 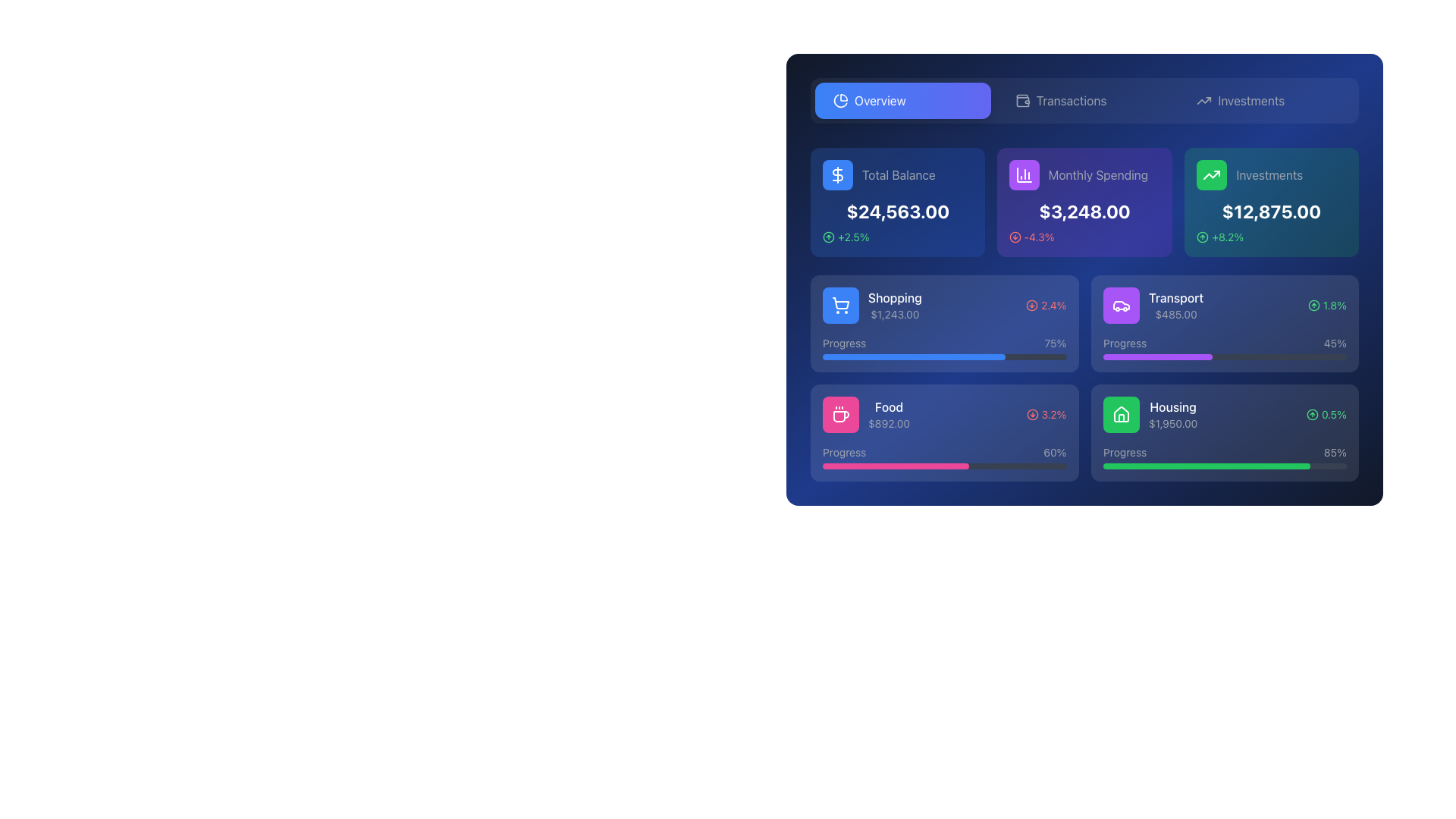 I want to click on the text element displaying '45%' in a white sans-serif font on a blue background, located in the bottom right corner of the 'Transport' card, so click(x=1335, y=343).